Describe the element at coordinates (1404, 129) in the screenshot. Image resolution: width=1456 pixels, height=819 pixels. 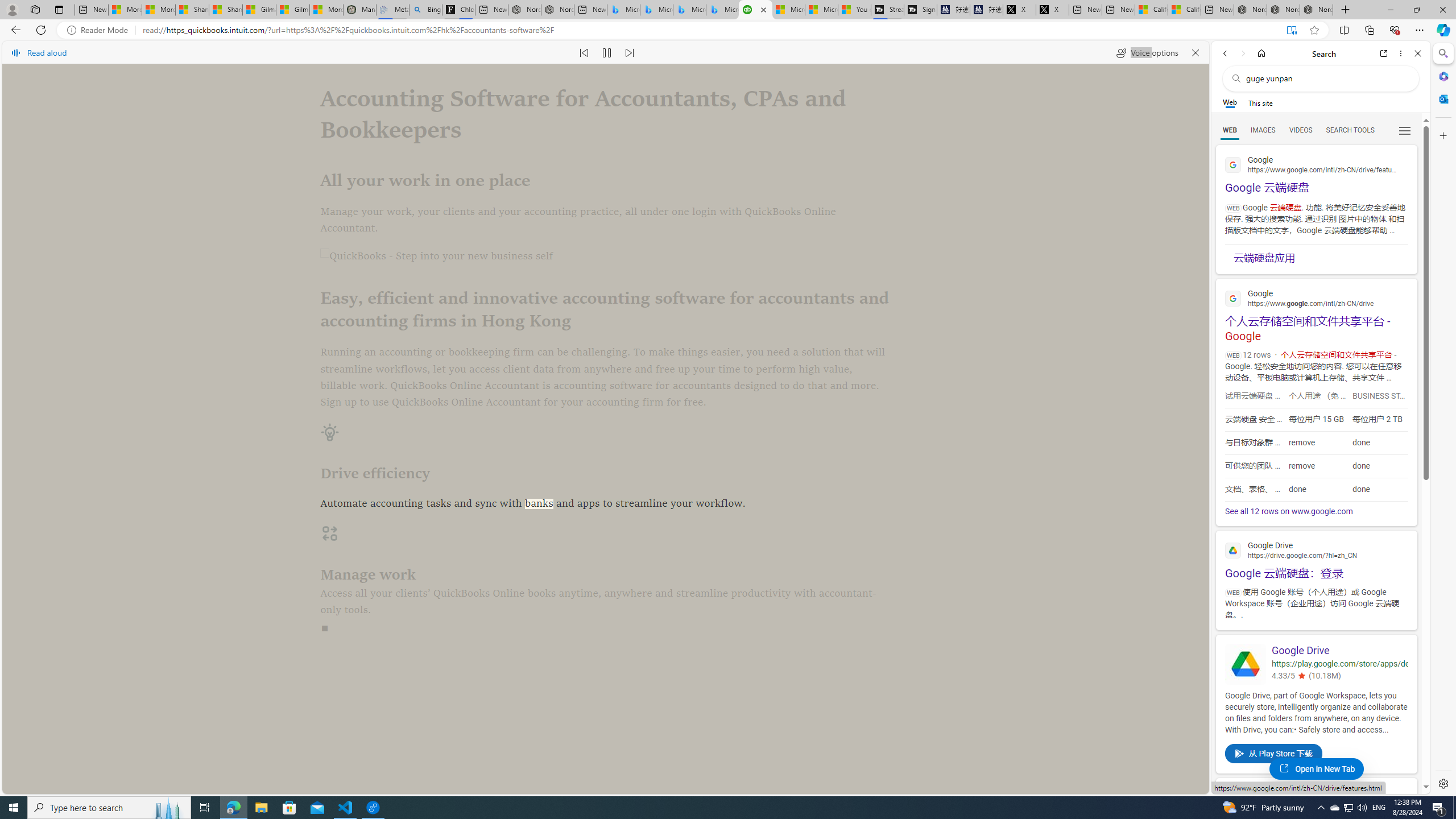
I see `'Preferences'` at that location.